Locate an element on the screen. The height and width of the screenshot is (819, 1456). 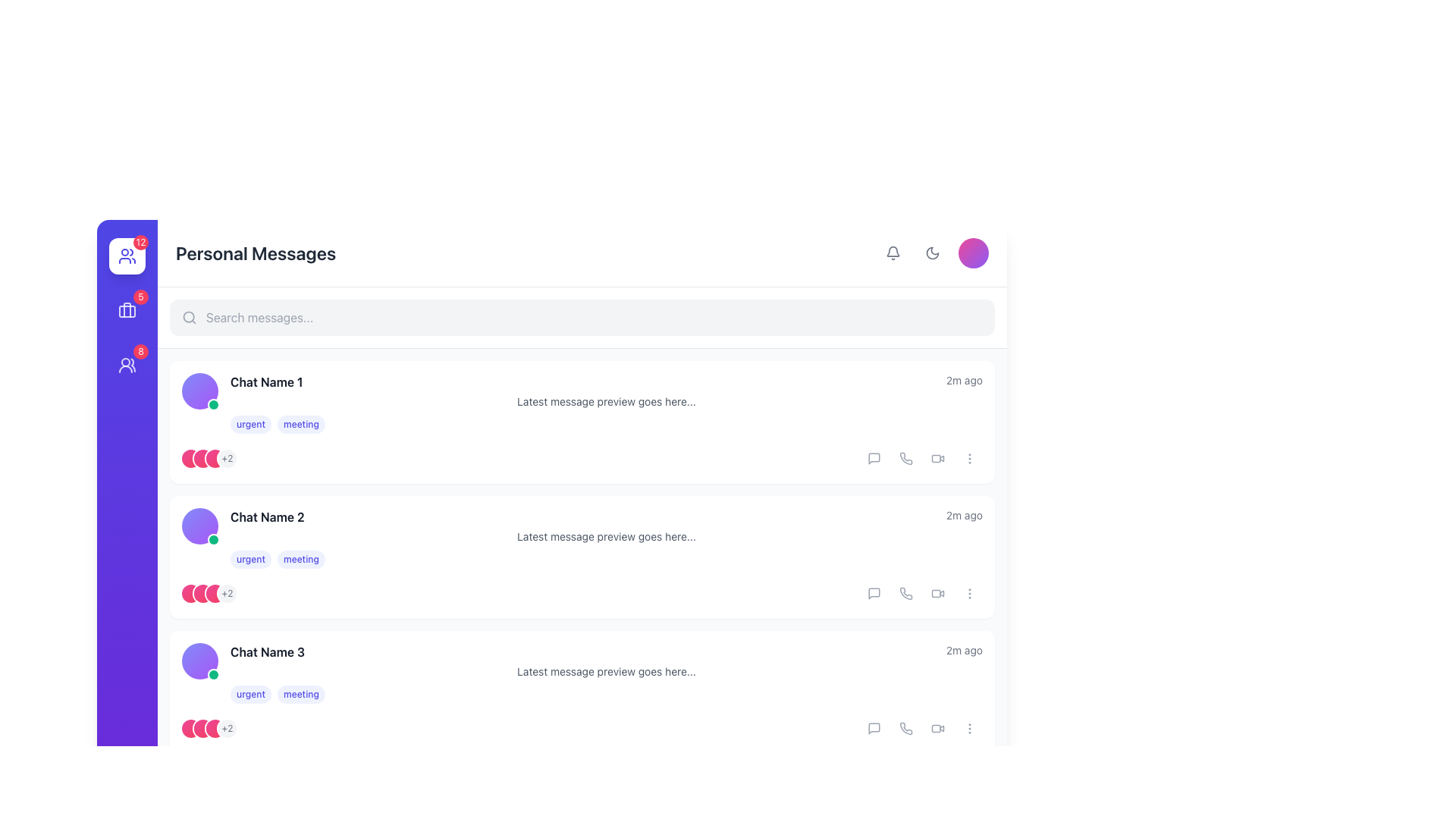
the third graphical icon or decorative circle located below the 'Chat Name 2' section and to the left of the '+2' label is located at coordinates (214, 593).